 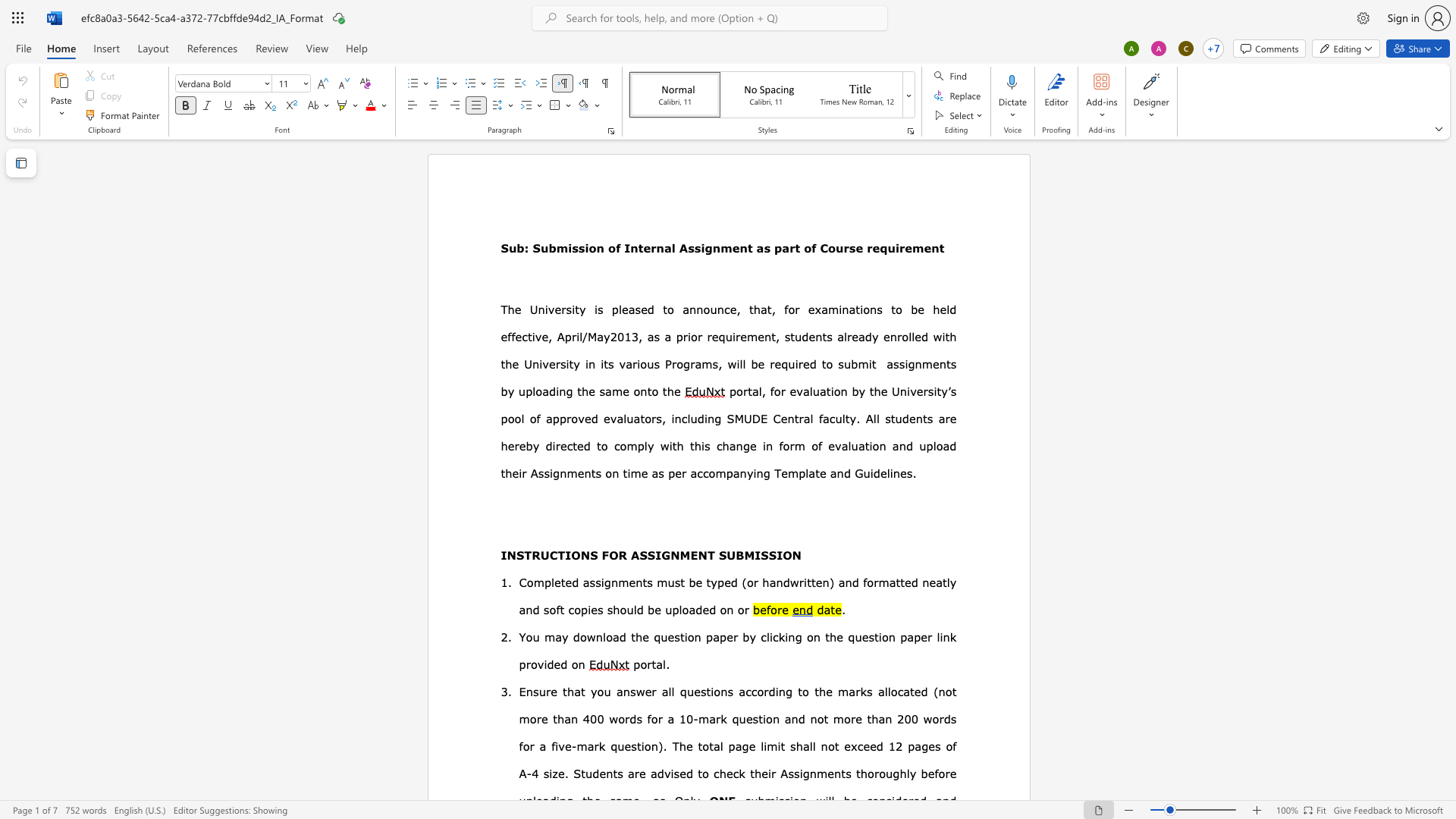 What do you see at coordinates (836, 472) in the screenshot?
I see `the space between the continuous character "a" and "n" in the text` at bounding box center [836, 472].